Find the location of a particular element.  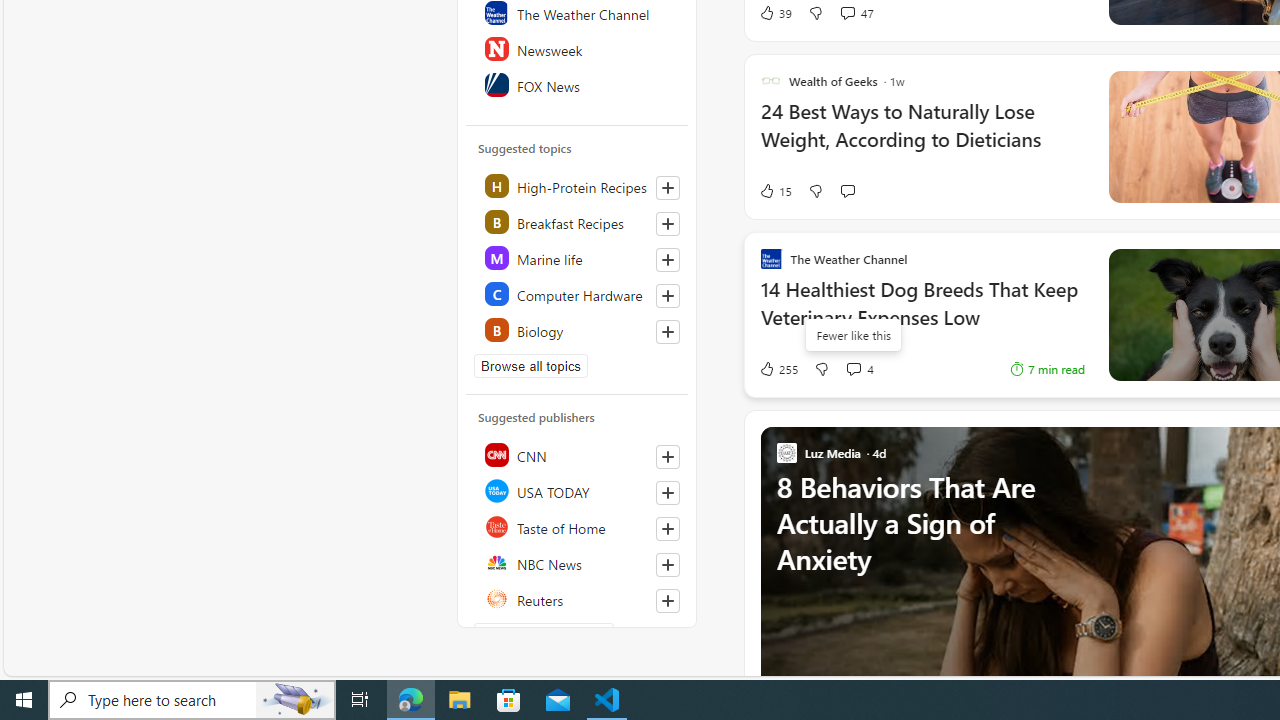

'Follow this source' is located at coordinates (668, 599).